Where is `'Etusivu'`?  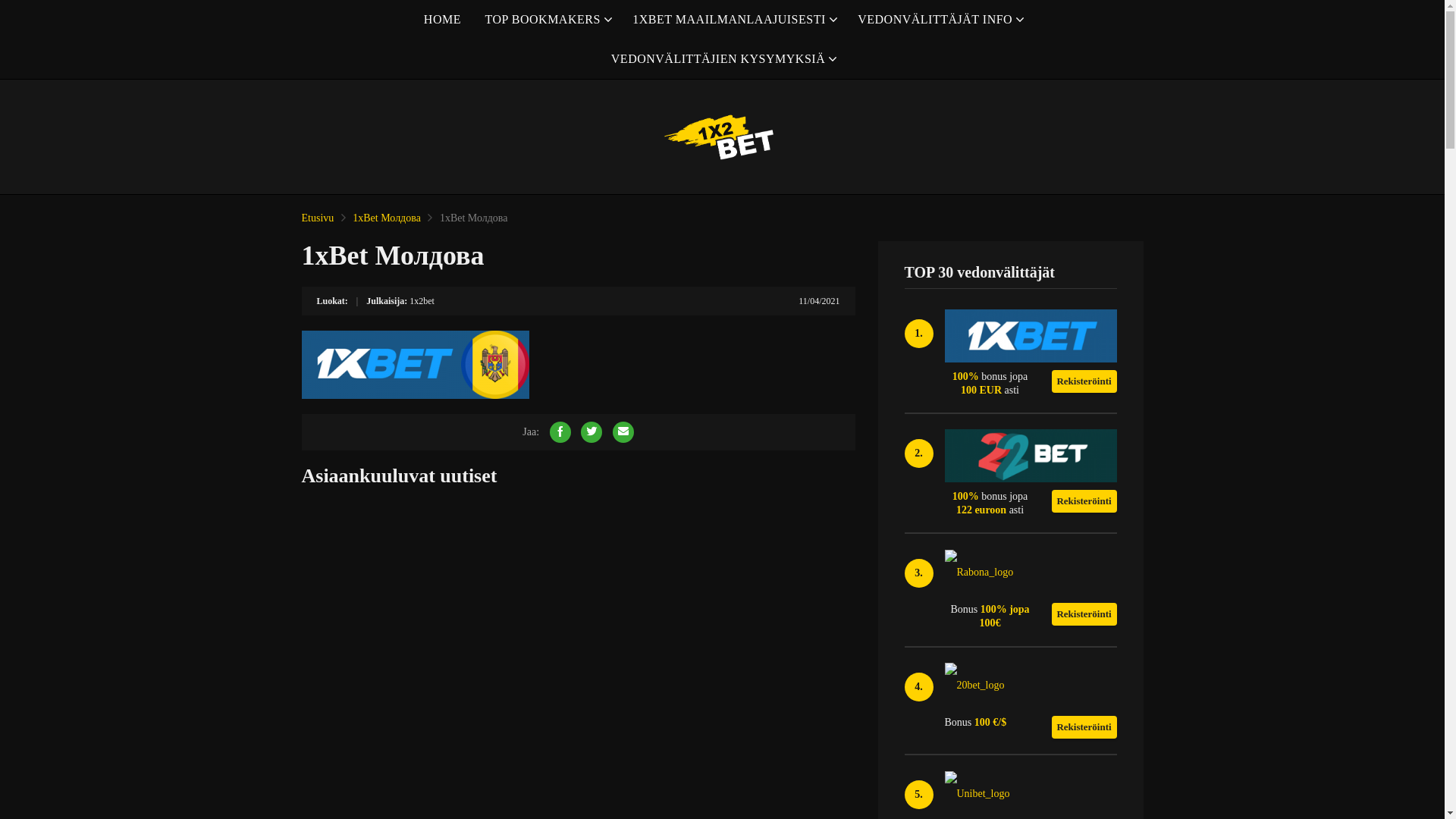
'Etusivu' is located at coordinates (317, 218).